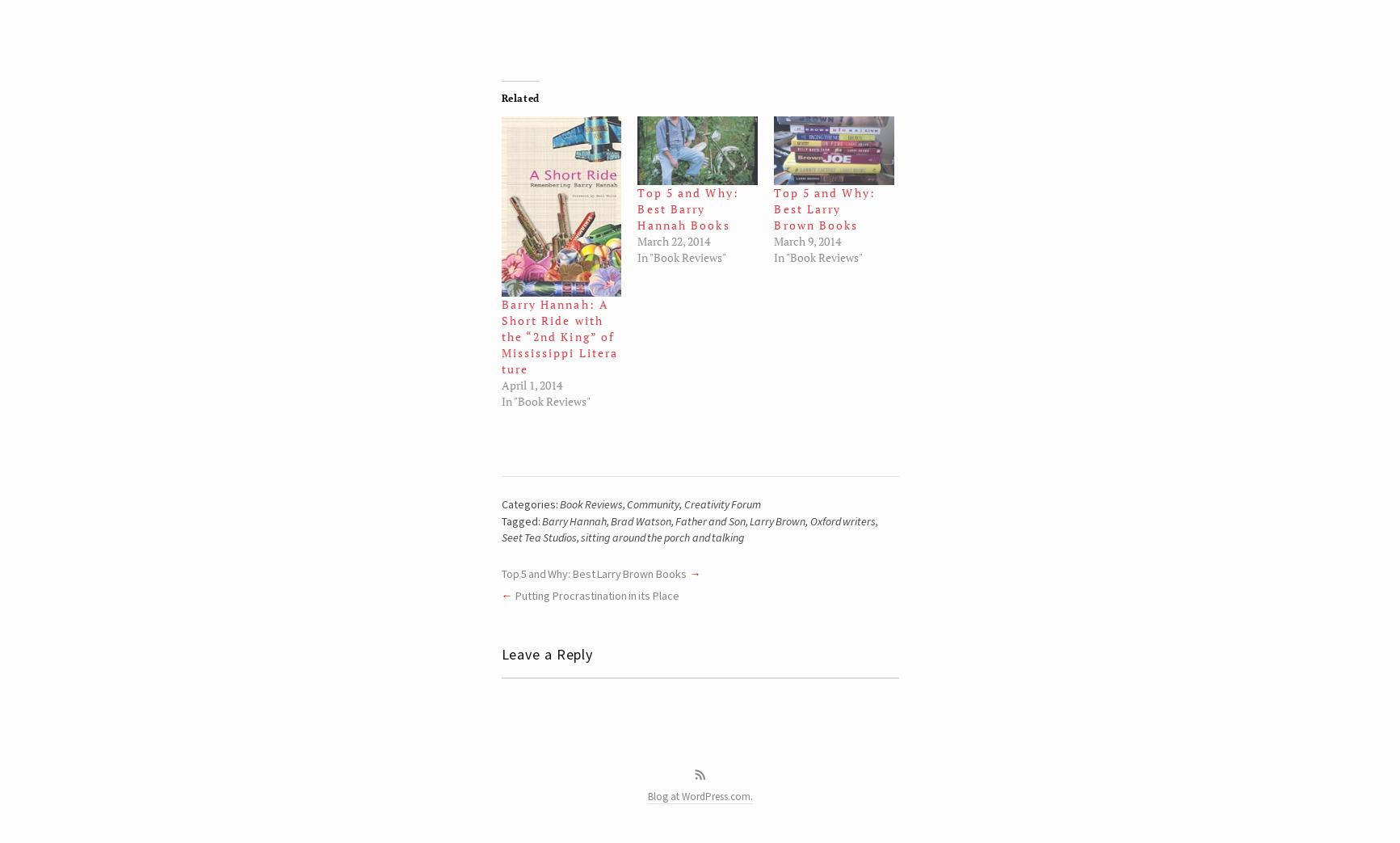  I want to click on 'Blog at WordPress.com.', so click(646, 796).